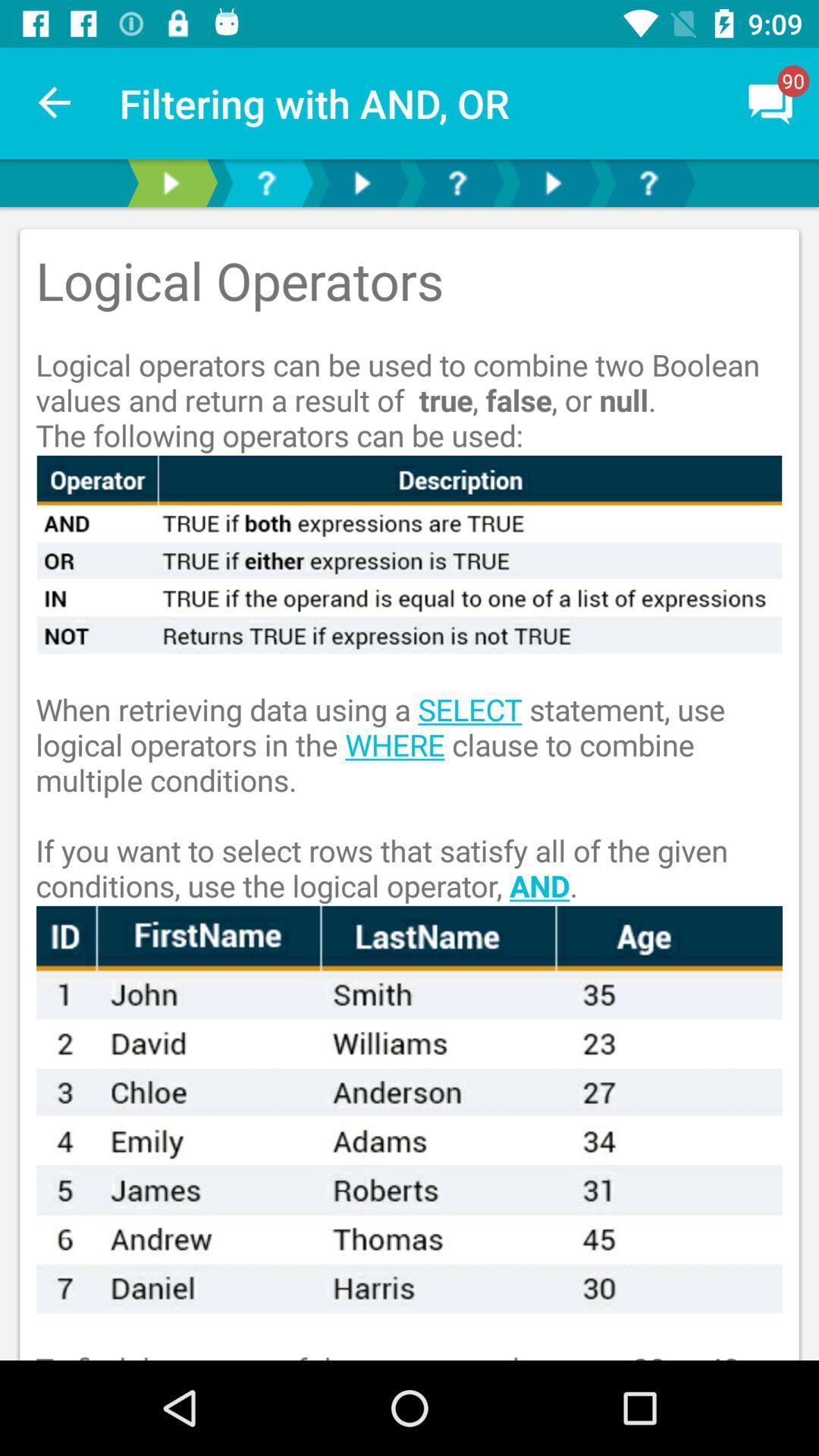 Image resolution: width=819 pixels, height=1456 pixels. Describe the element at coordinates (55, 102) in the screenshot. I see `the item next to the filtering with and` at that location.